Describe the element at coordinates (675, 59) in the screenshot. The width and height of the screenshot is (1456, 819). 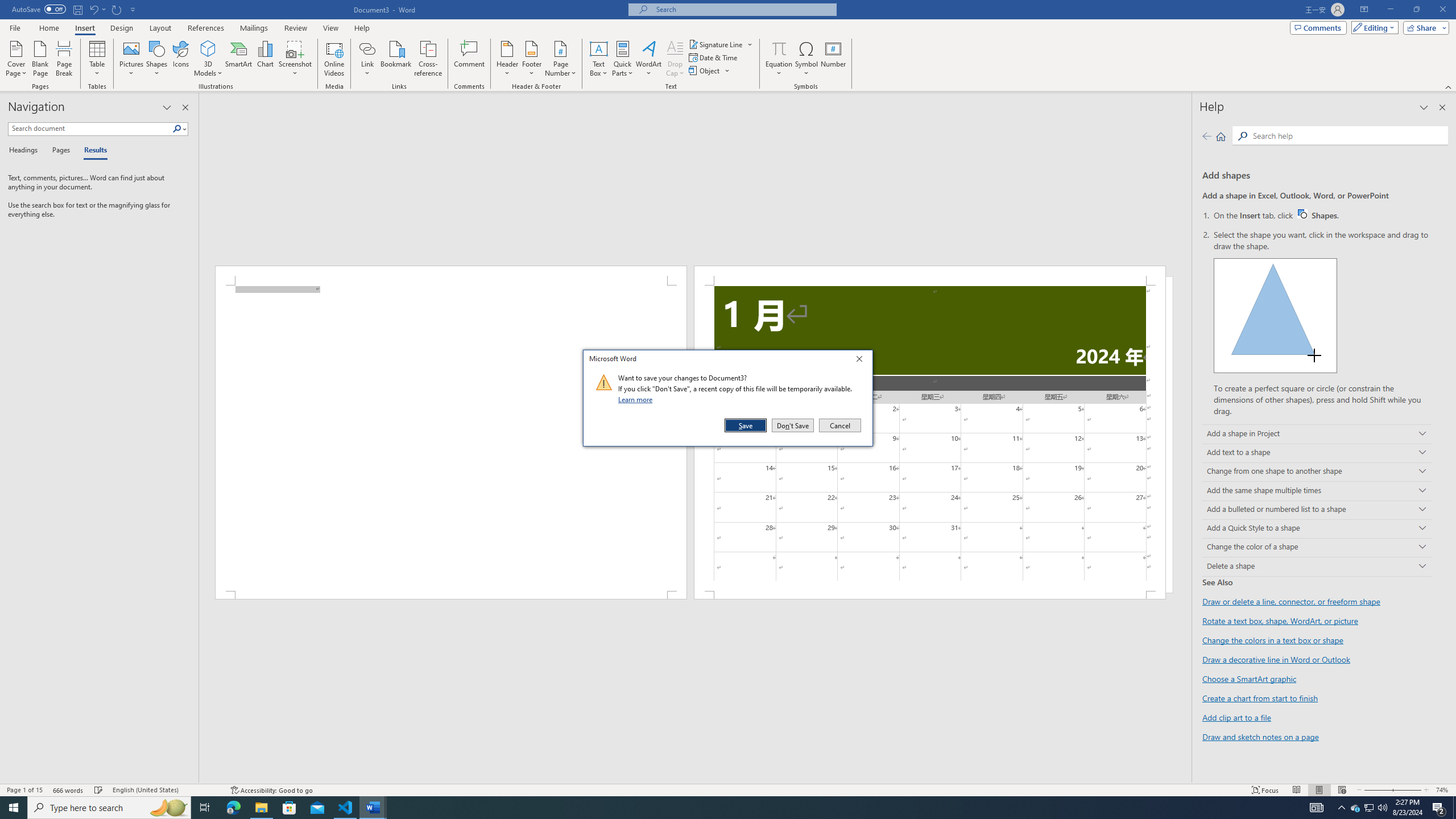
I see `'Drop Cap'` at that location.